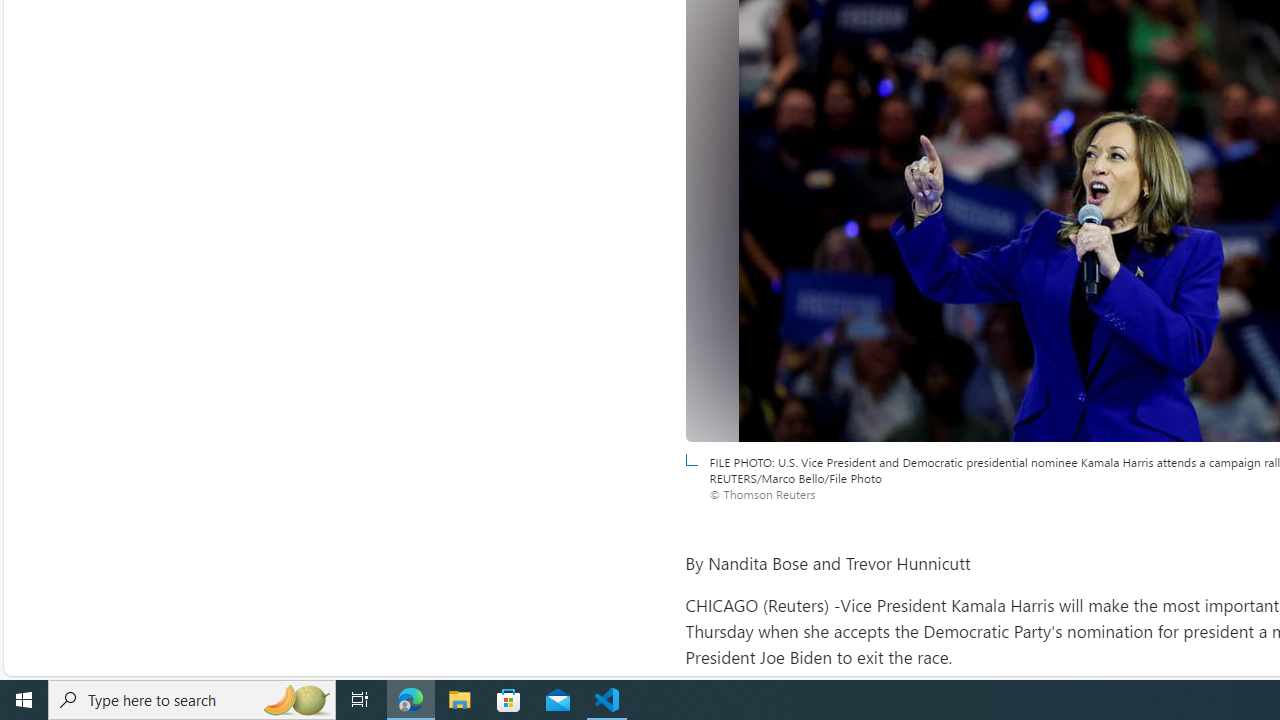 This screenshot has height=720, width=1280. What do you see at coordinates (459, 698) in the screenshot?
I see `'File Explorer'` at bounding box center [459, 698].